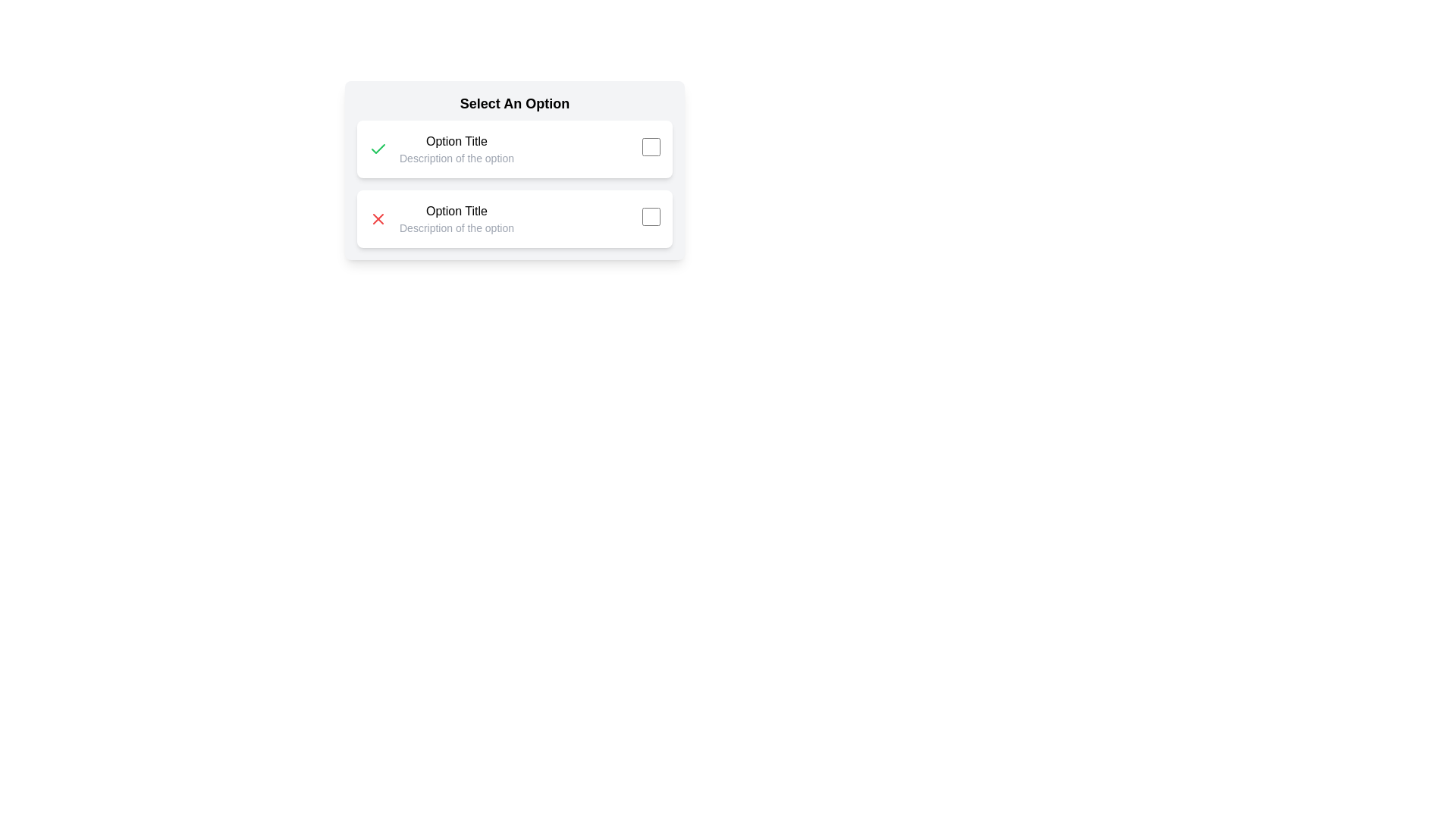 The image size is (1456, 819). I want to click on the Text label that serves as a title or heading for the options listed below, positioned at the top of a panel containing selectable items, so click(514, 103).